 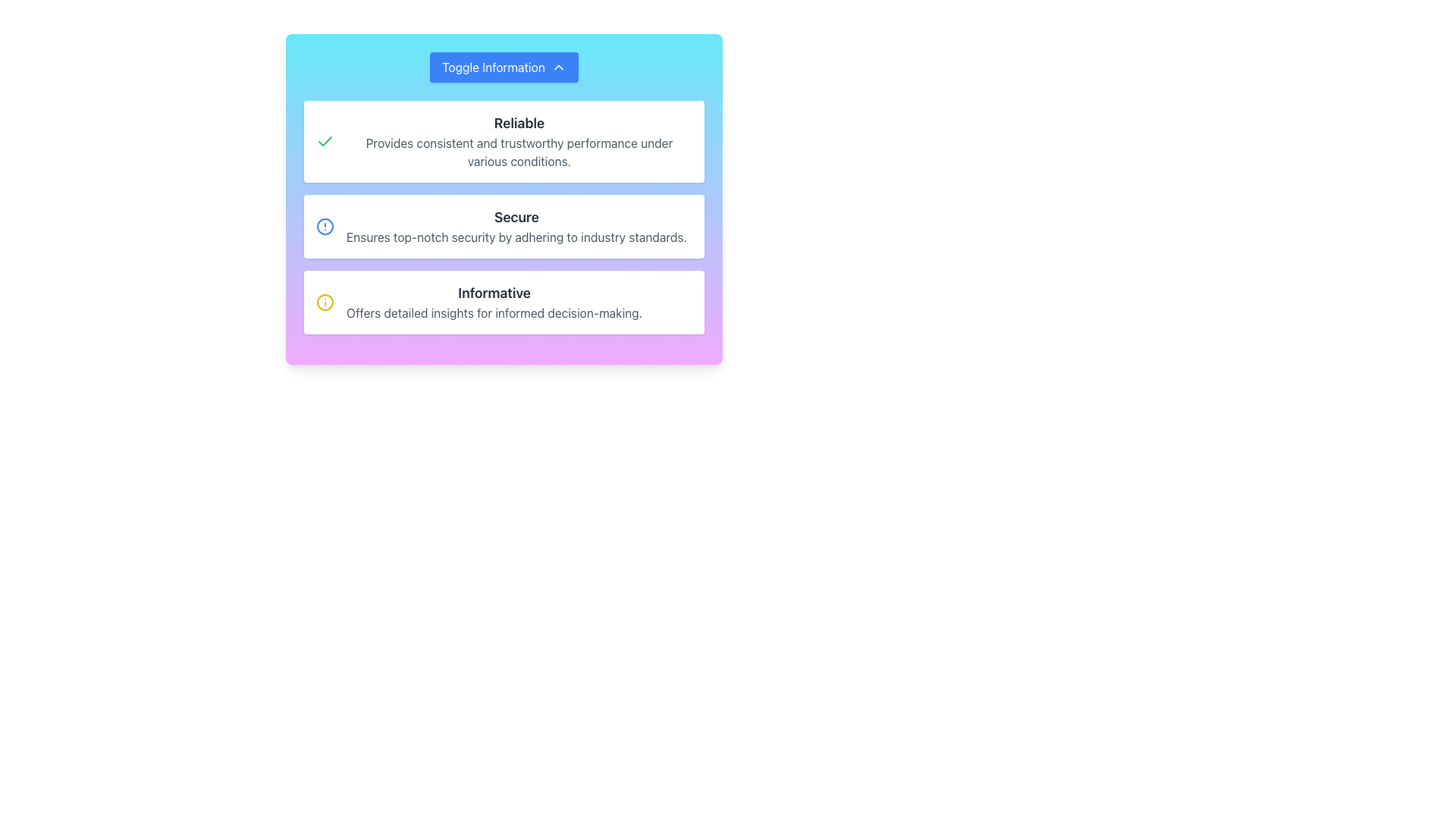 What do you see at coordinates (504, 302) in the screenshot?
I see `the Information card element titled 'Informative', which is the third entry in the list of information cards` at bounding box center [504, 302].